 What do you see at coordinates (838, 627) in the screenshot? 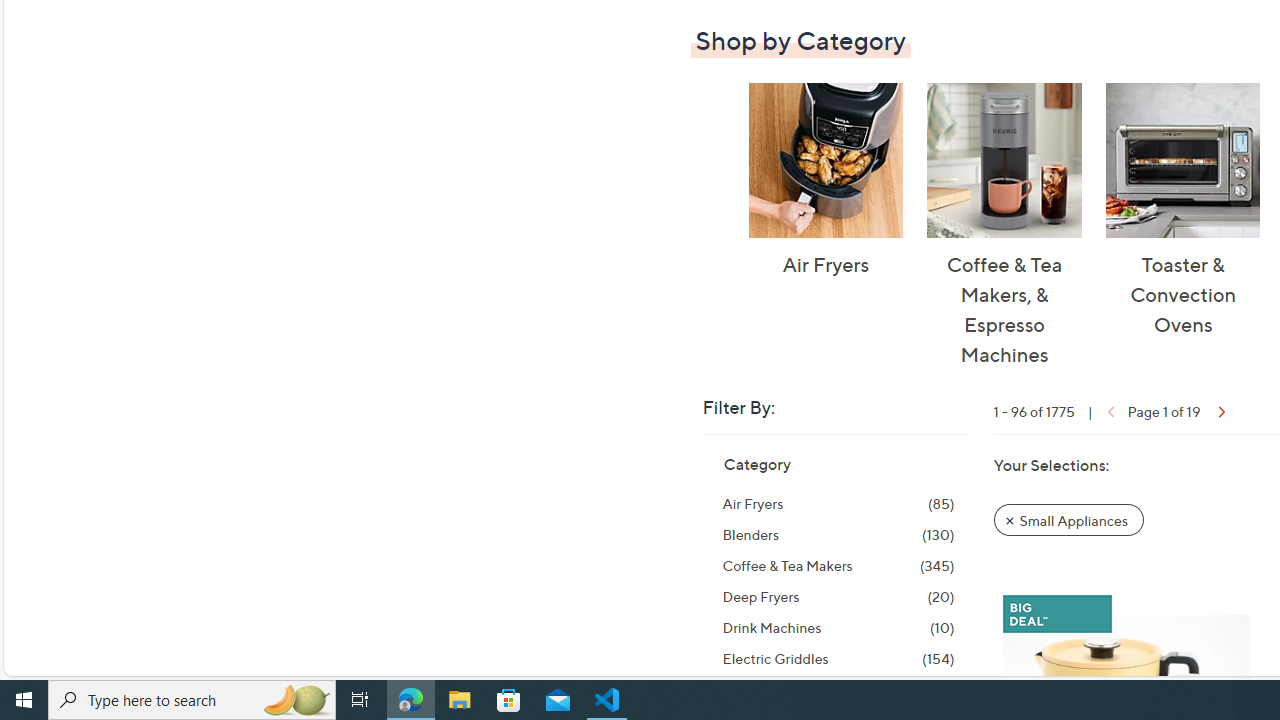
I see `'Drink Machines, 10 items'` at bounding box center [838, 627].